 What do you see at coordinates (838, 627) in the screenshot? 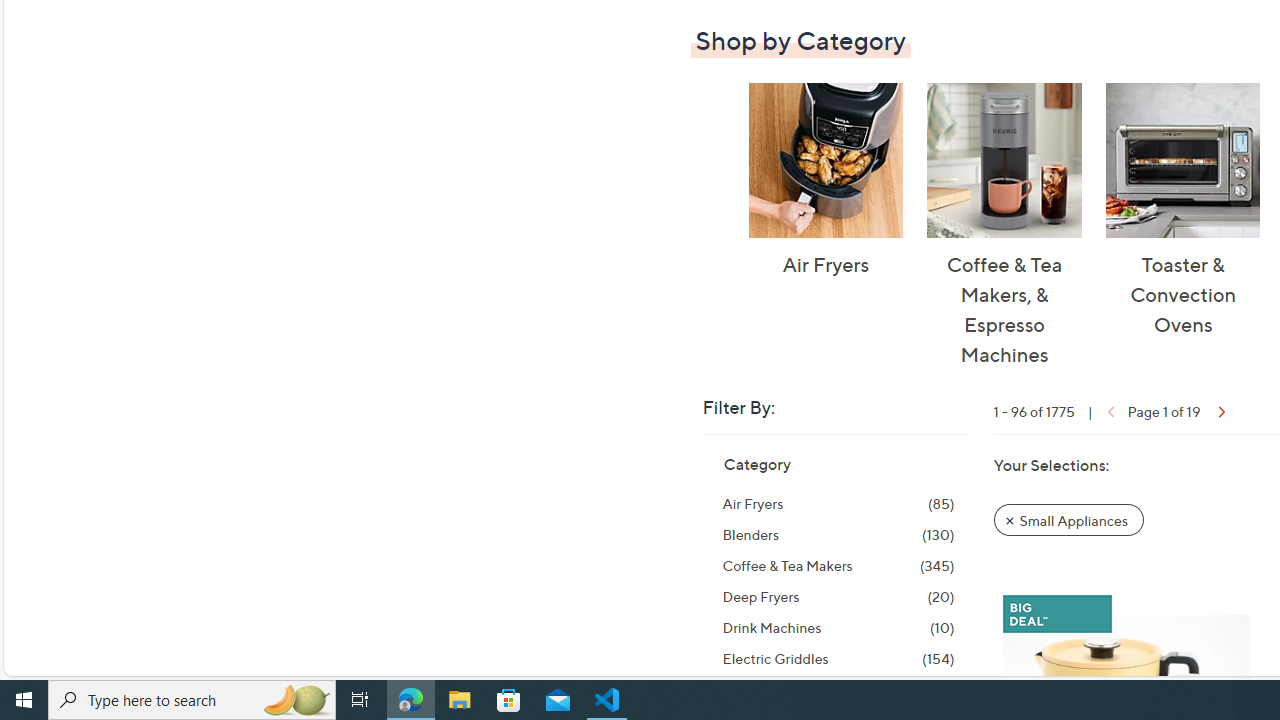
I see `'Drink Machines, 10 items'` at bounding box center [838, 627].